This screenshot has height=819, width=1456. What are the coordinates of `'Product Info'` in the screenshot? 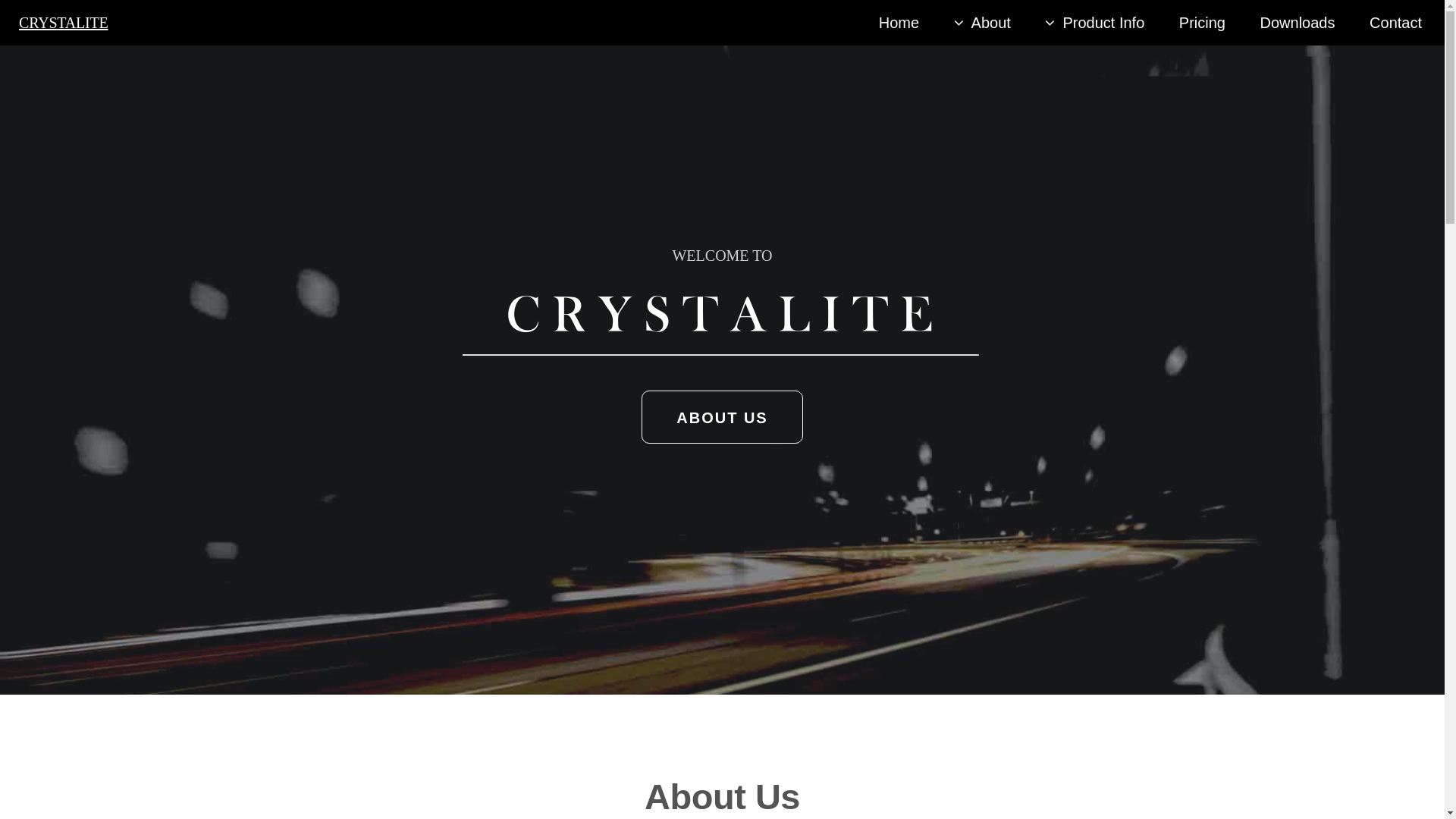 It's located at (1094, 23).